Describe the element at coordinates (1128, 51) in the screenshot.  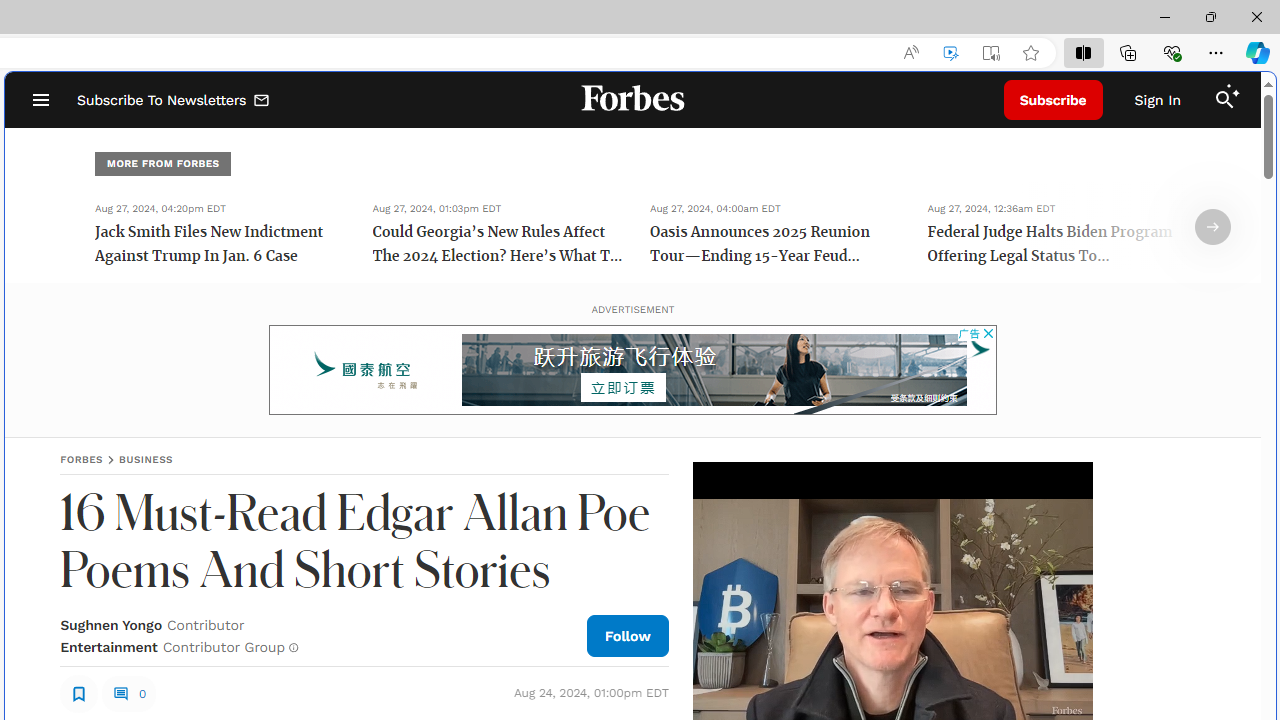
I see `'Collections'` at that location.